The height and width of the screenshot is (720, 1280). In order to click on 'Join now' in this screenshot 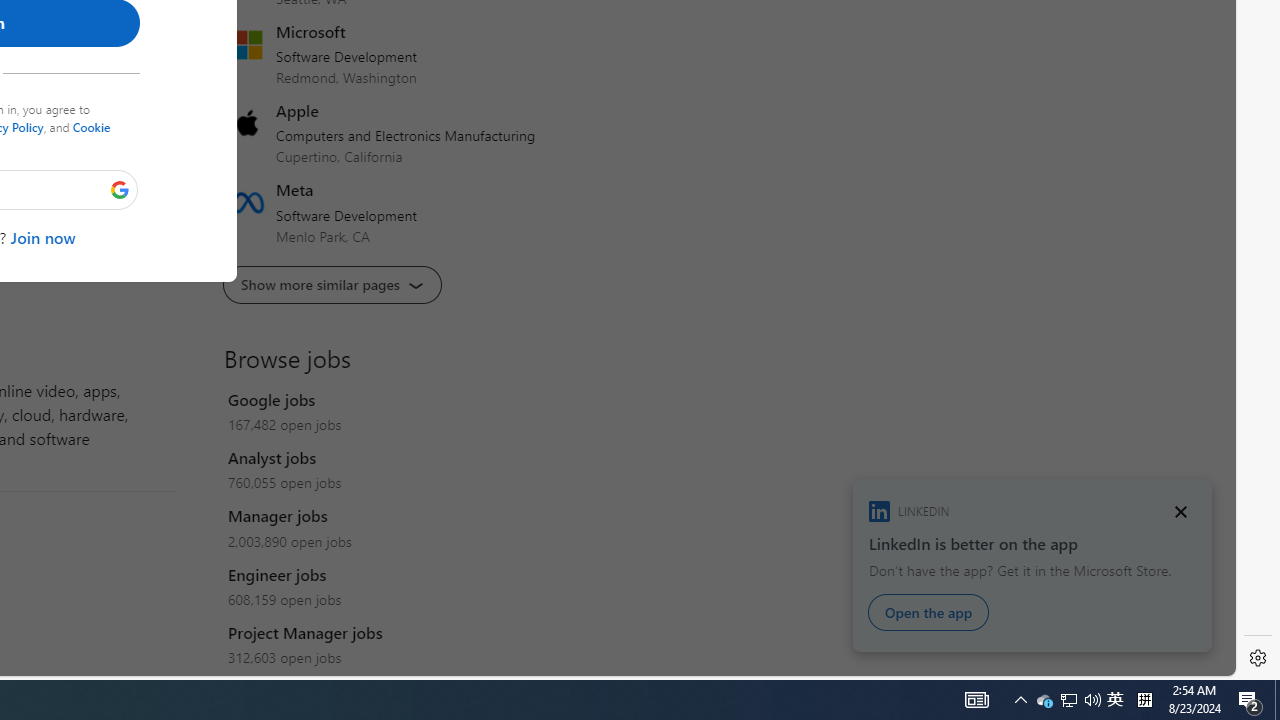, I will do `click(42, 235)`.